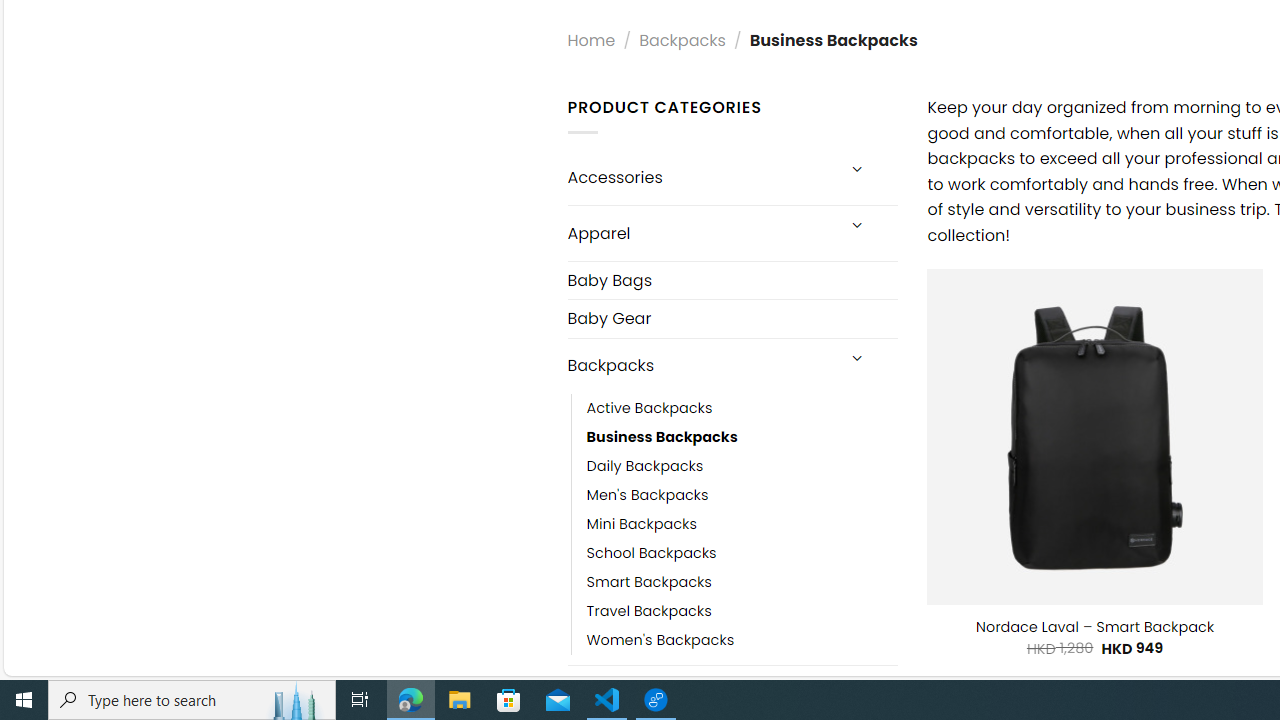  I want to click on 'Mini Backpacks', so click(641, 523).